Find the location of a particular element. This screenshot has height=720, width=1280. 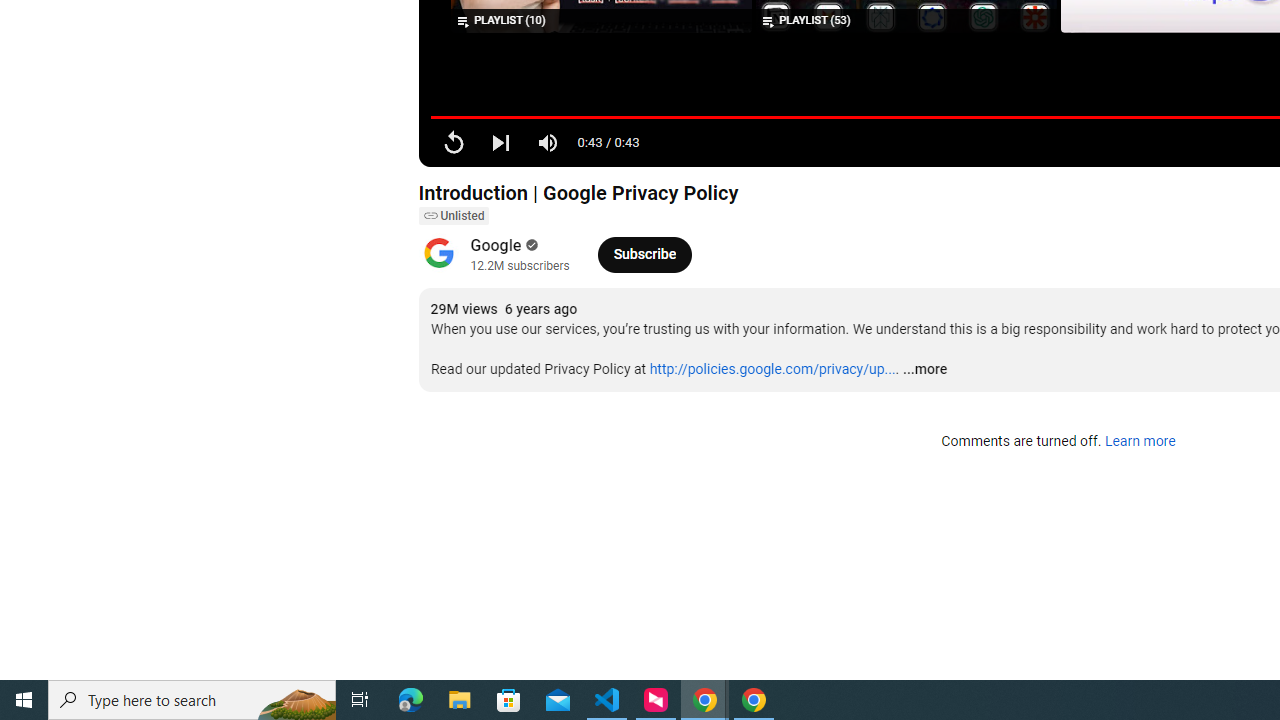

'Unlisted' is located at coordinates (452, 216).